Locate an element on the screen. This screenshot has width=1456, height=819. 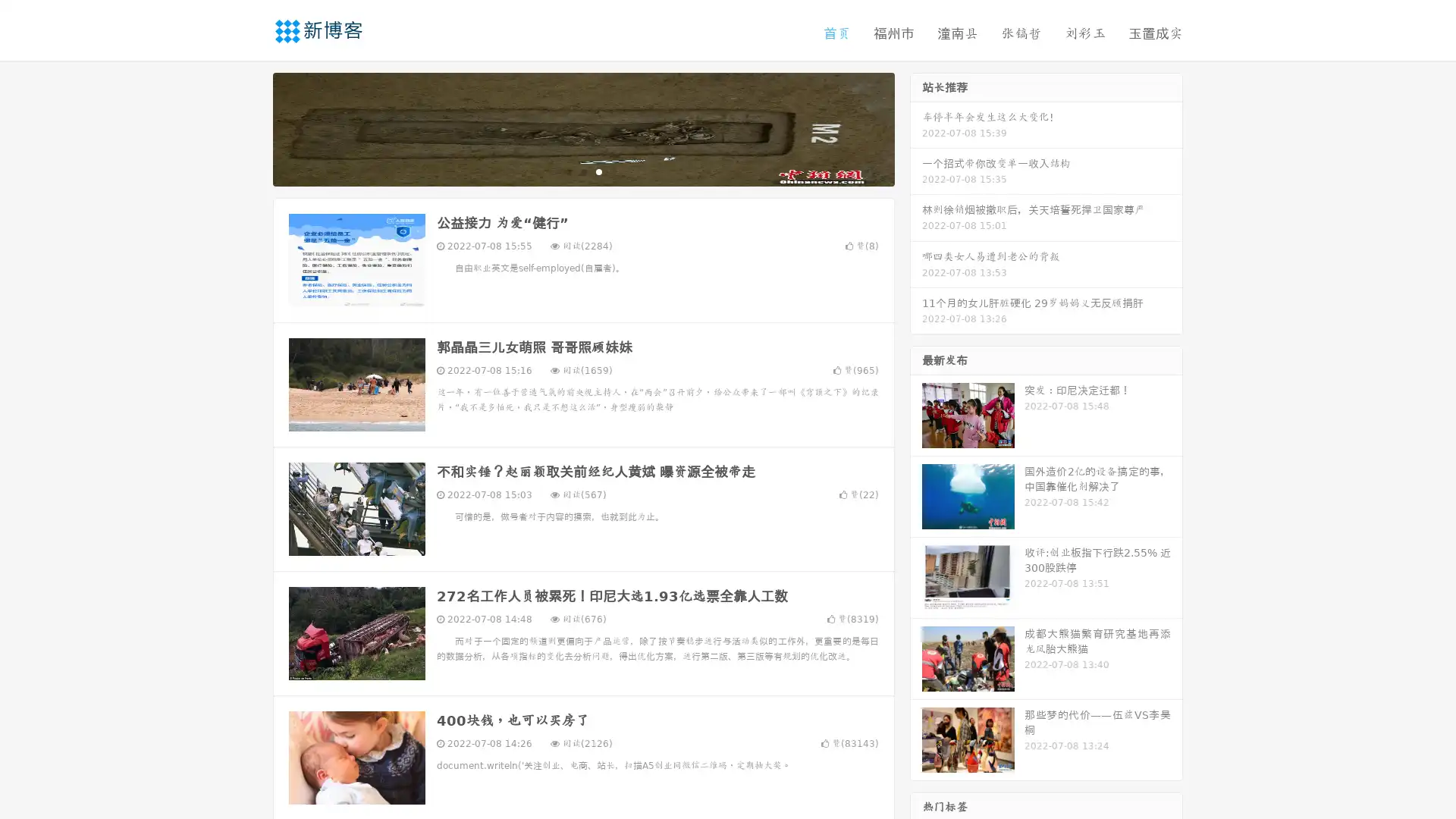
Go to slide 3 is located at coordinates (598, 171).